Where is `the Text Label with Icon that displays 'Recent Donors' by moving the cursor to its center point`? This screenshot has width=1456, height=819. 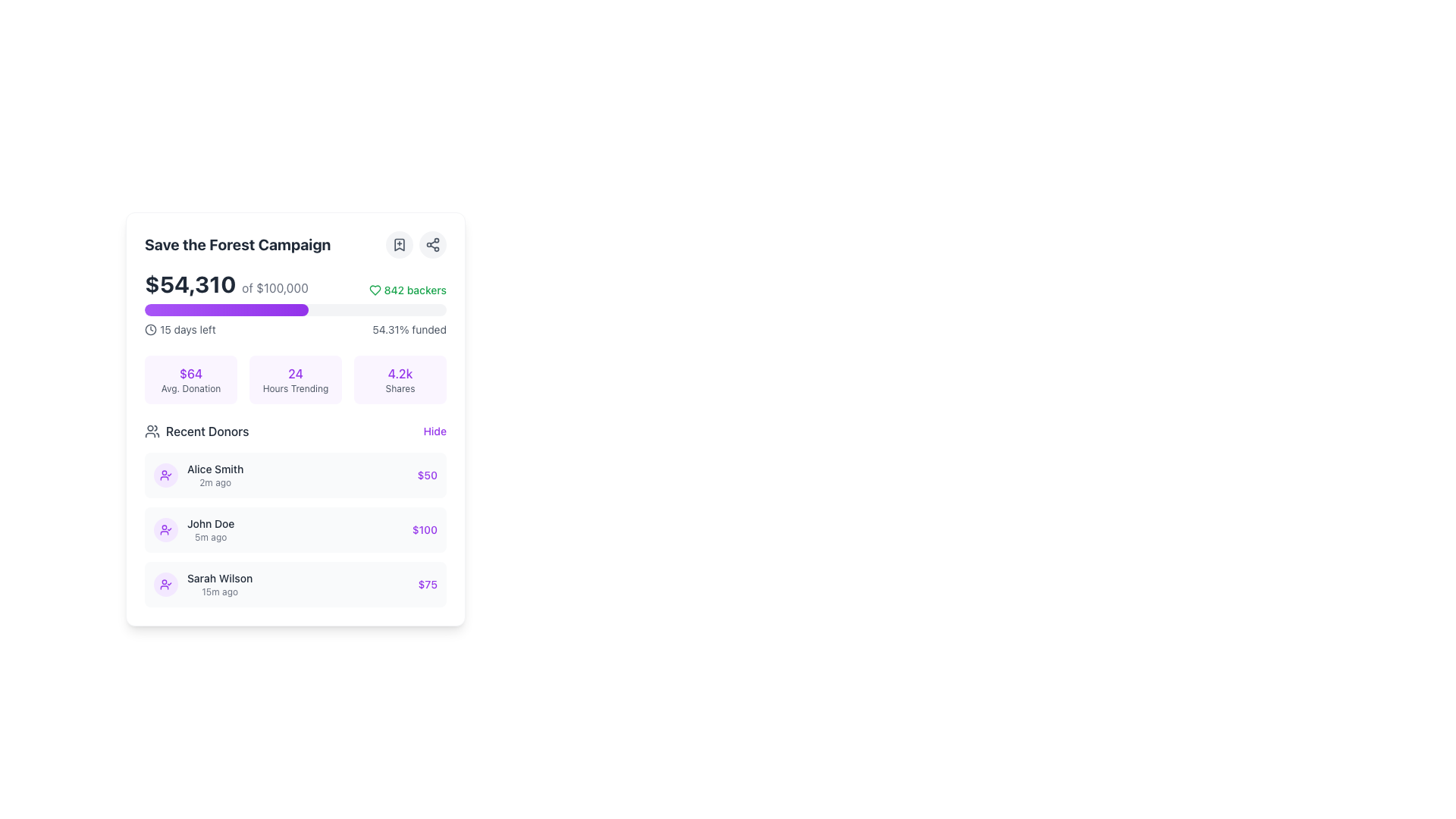
the Text Label with Icon that displays 'Recent Donors' by moving the cursor to its center point is located at coordinates (196, 431).